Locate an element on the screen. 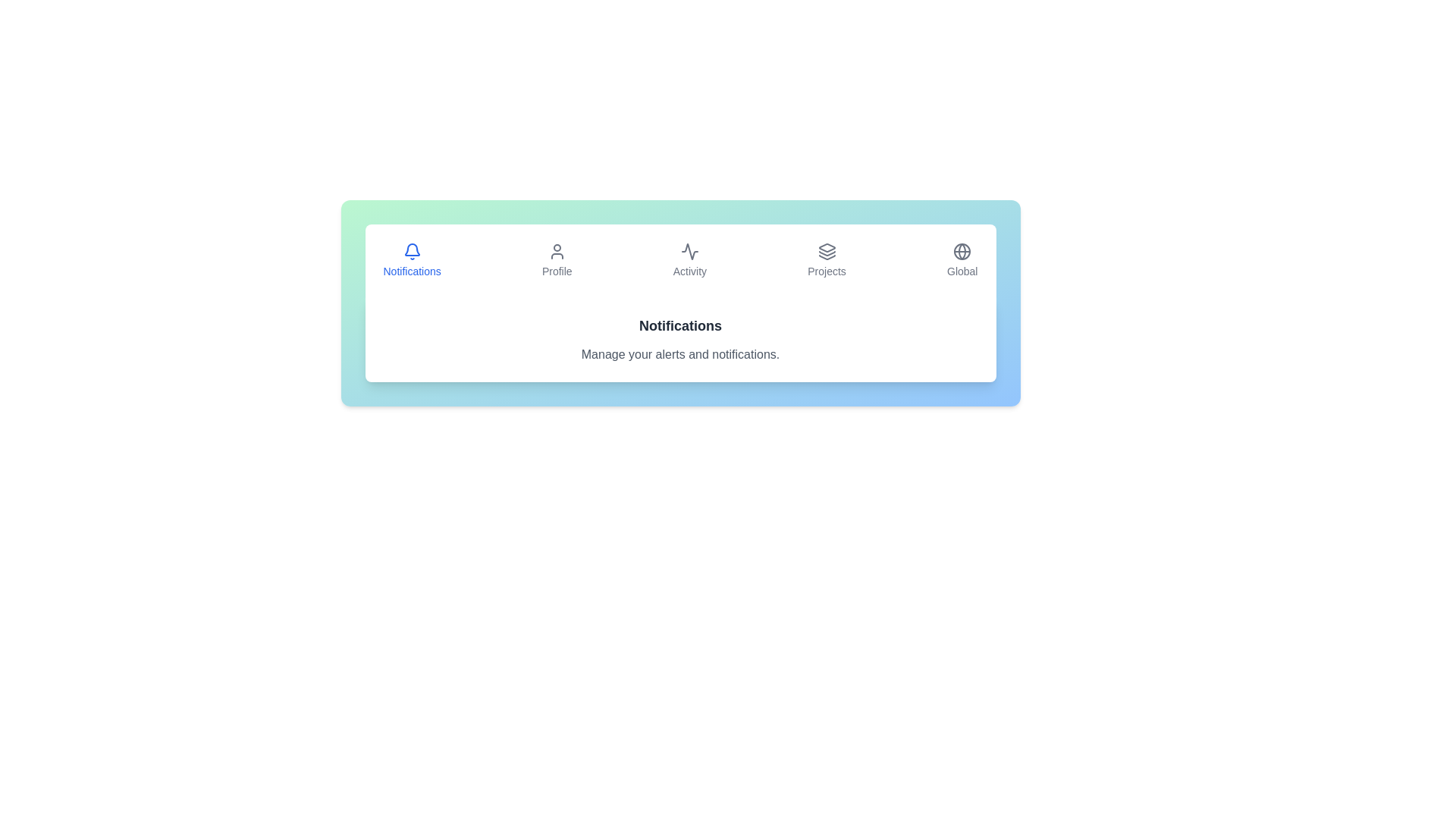  the Projects tab by clicking on its button is located at coordinates (826, 259).